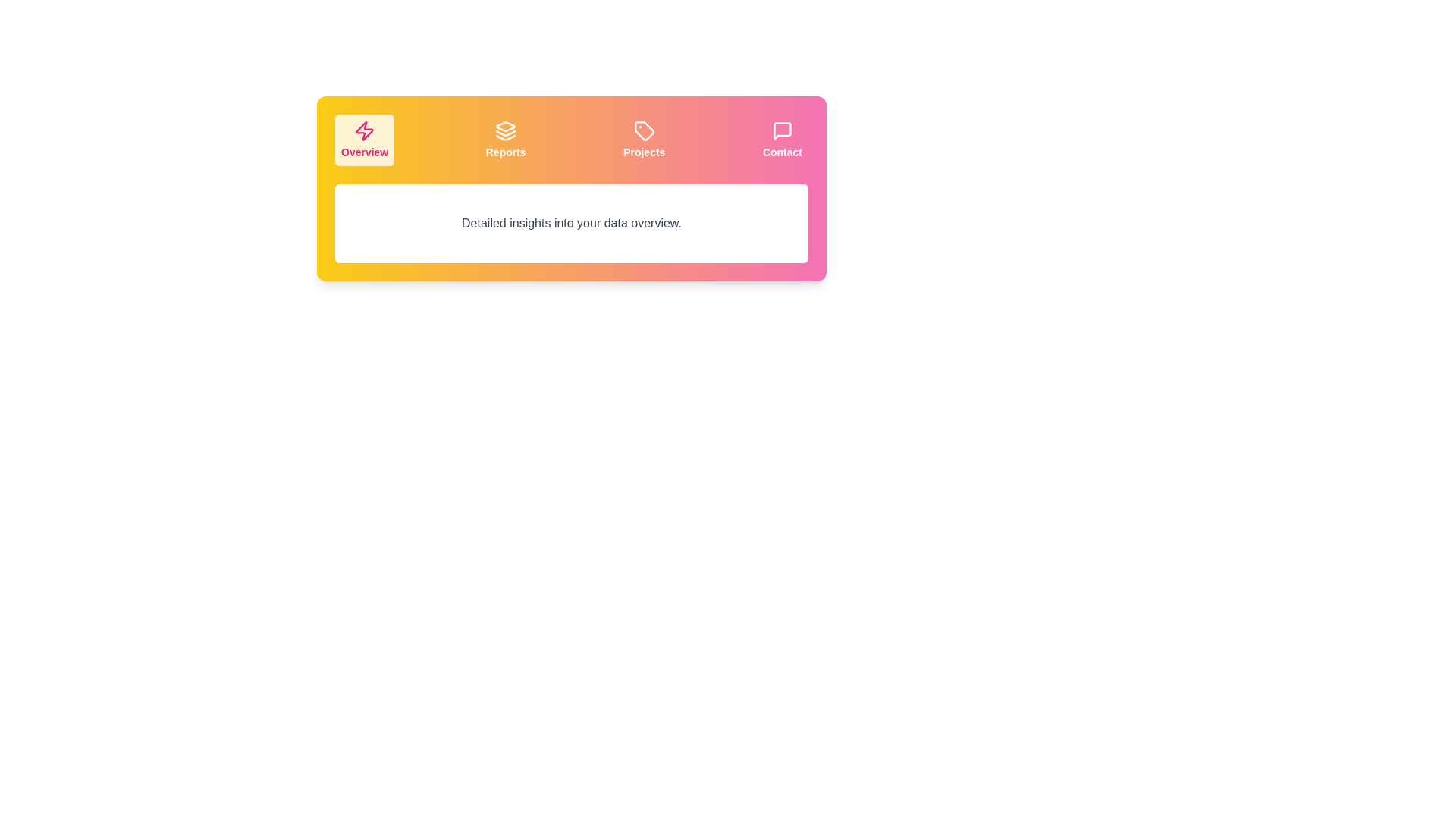  What do you see at coordinates (365, 152) in the screenshot?
I see `the text label displaying 'Overview' in bold pink font, located beneath a lightning bolt icon and enclosed in a white rounded rectangle with a yellow background` at bounding box center [365, 152].